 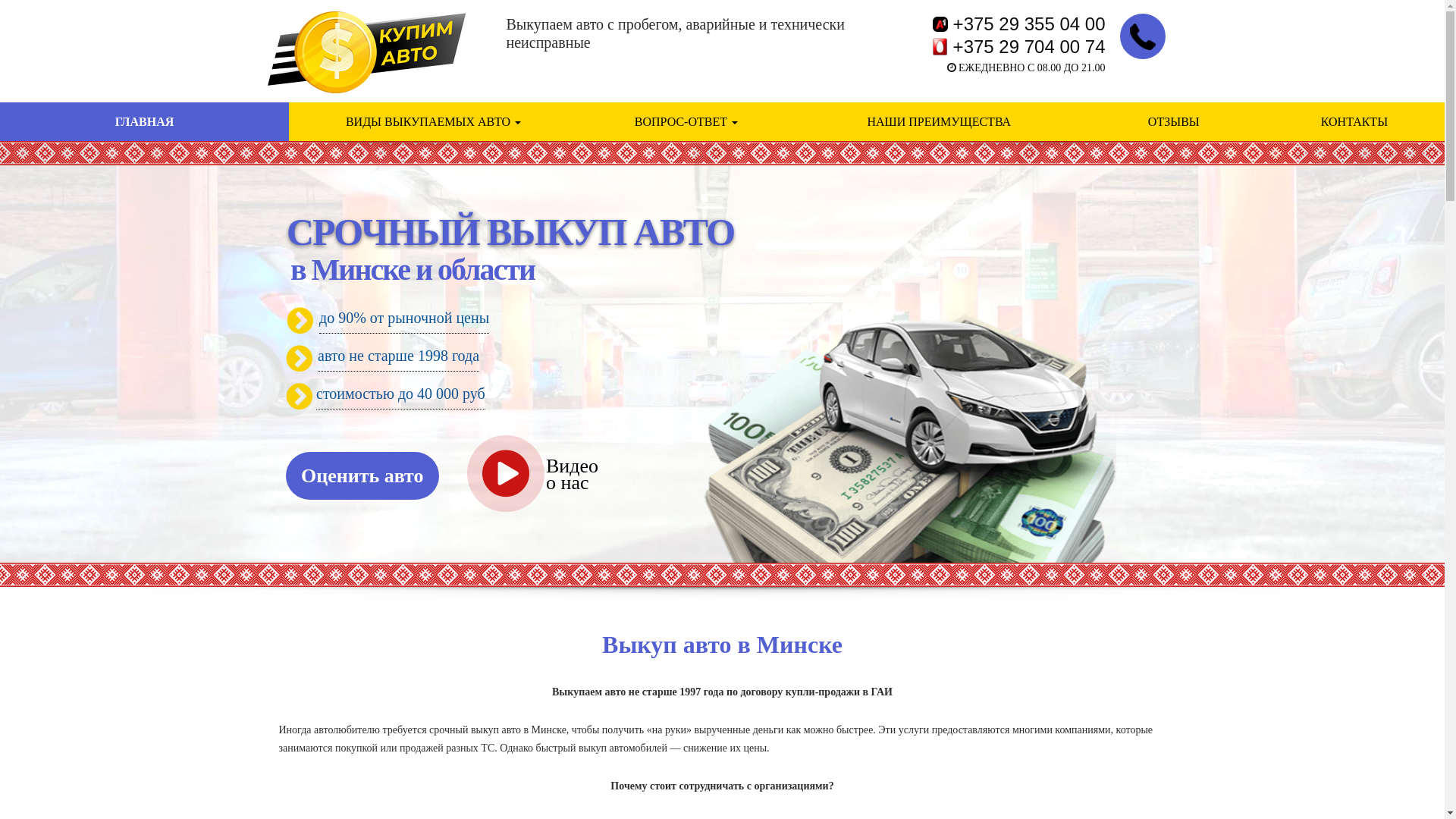 What do you see at coordinates (1019, 45) in the screenshot?
I see `'+375 29 704 00 74'` at bounding box center [1019, 45].